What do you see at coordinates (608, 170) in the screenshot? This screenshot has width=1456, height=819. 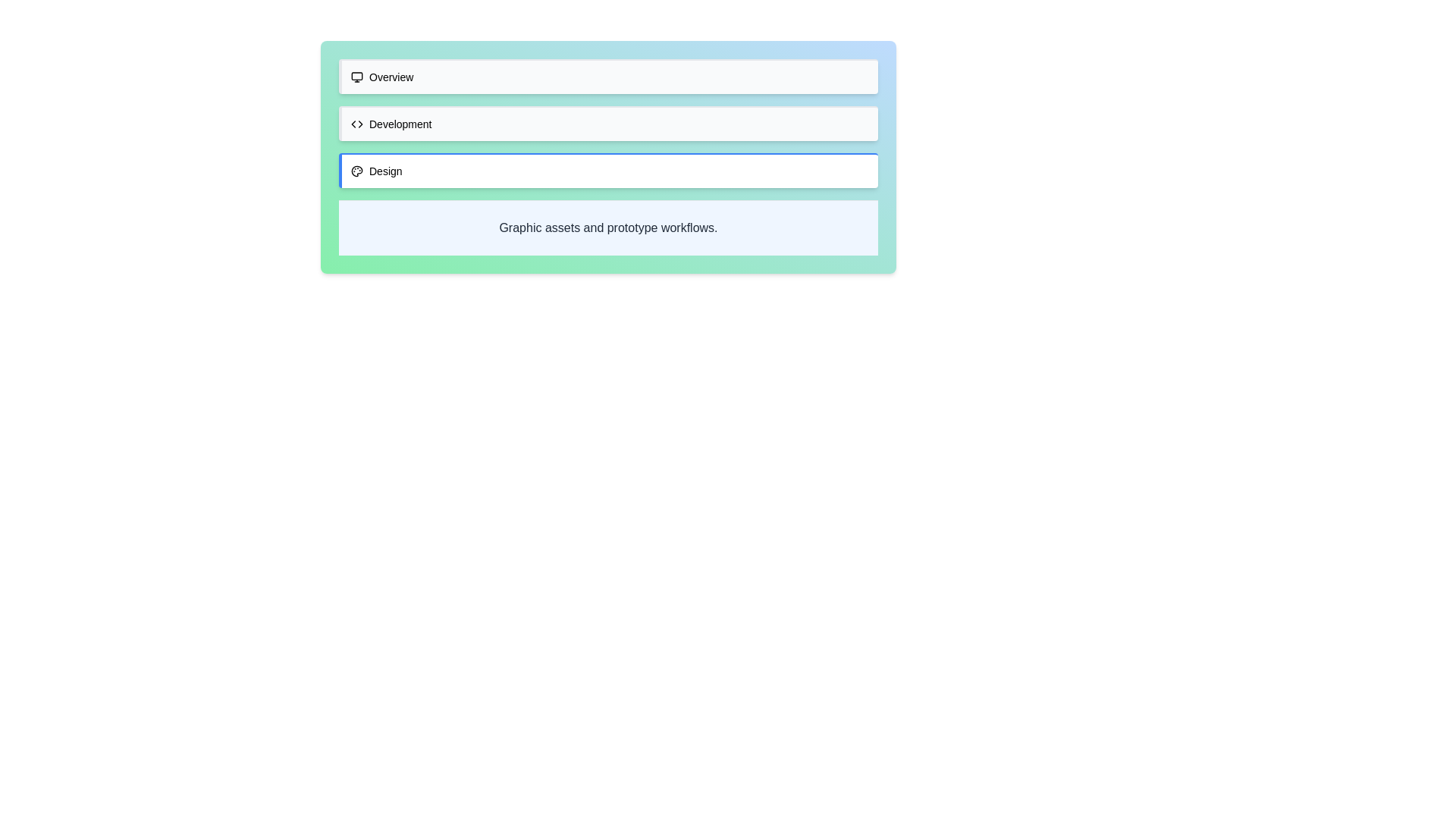 I see `the tab labeled Design to see its hover effect` at bounding box center [608, 170].